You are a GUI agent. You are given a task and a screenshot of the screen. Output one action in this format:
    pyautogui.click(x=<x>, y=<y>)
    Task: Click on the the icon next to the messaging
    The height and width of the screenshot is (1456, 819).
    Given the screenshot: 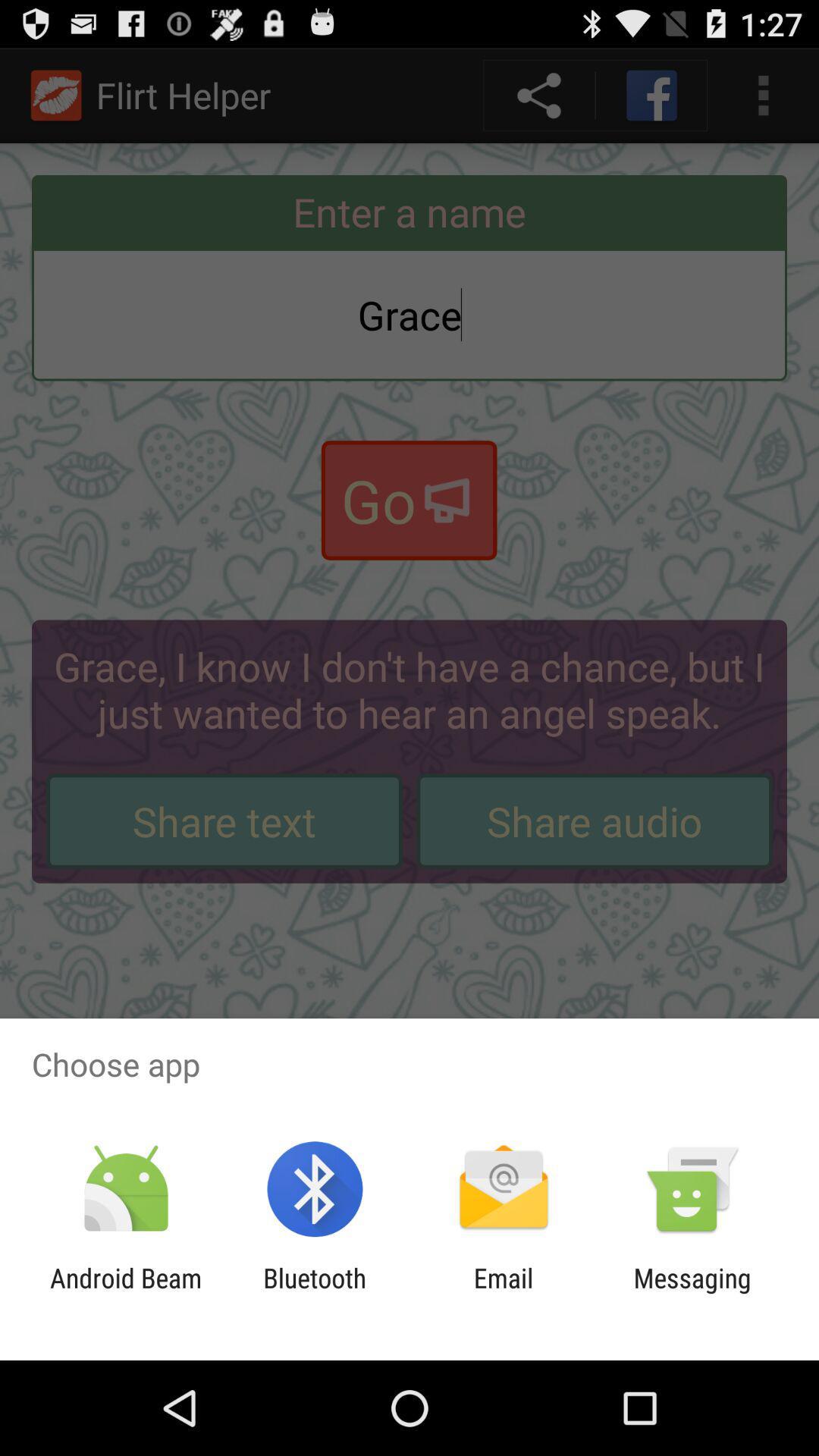 What is the action you would take?
    pyautogui.click(x=504, y=1293)
    